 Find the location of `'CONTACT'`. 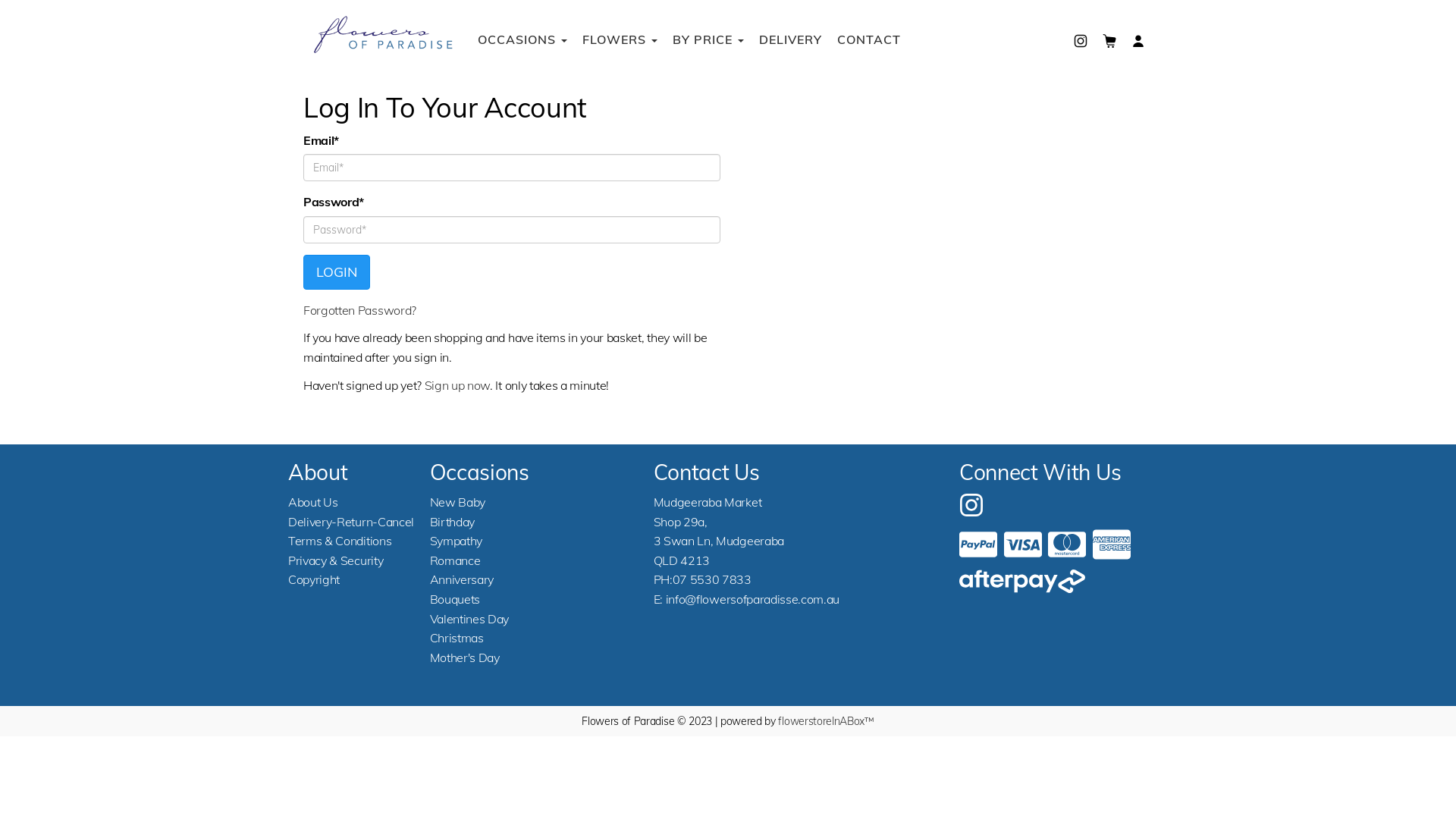

'CONTACT' is located at coordinates (869, 38).